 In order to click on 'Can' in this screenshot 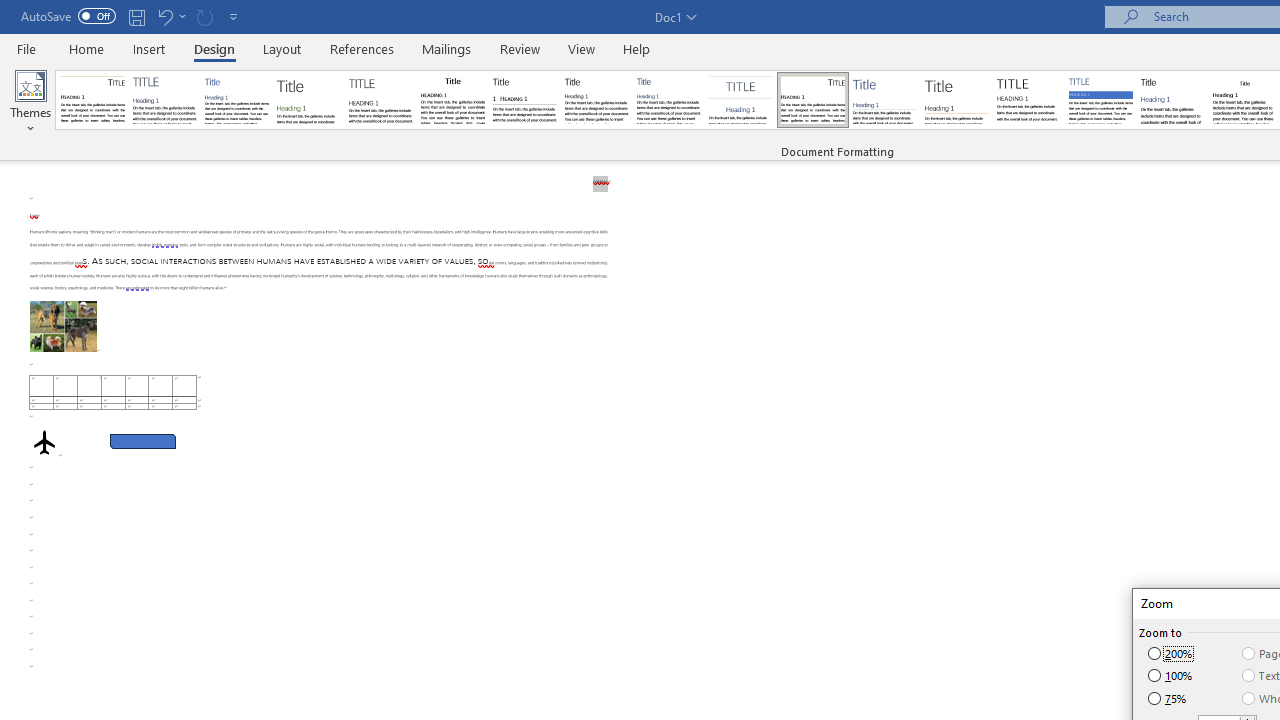, I will do `click(204, 16)`.